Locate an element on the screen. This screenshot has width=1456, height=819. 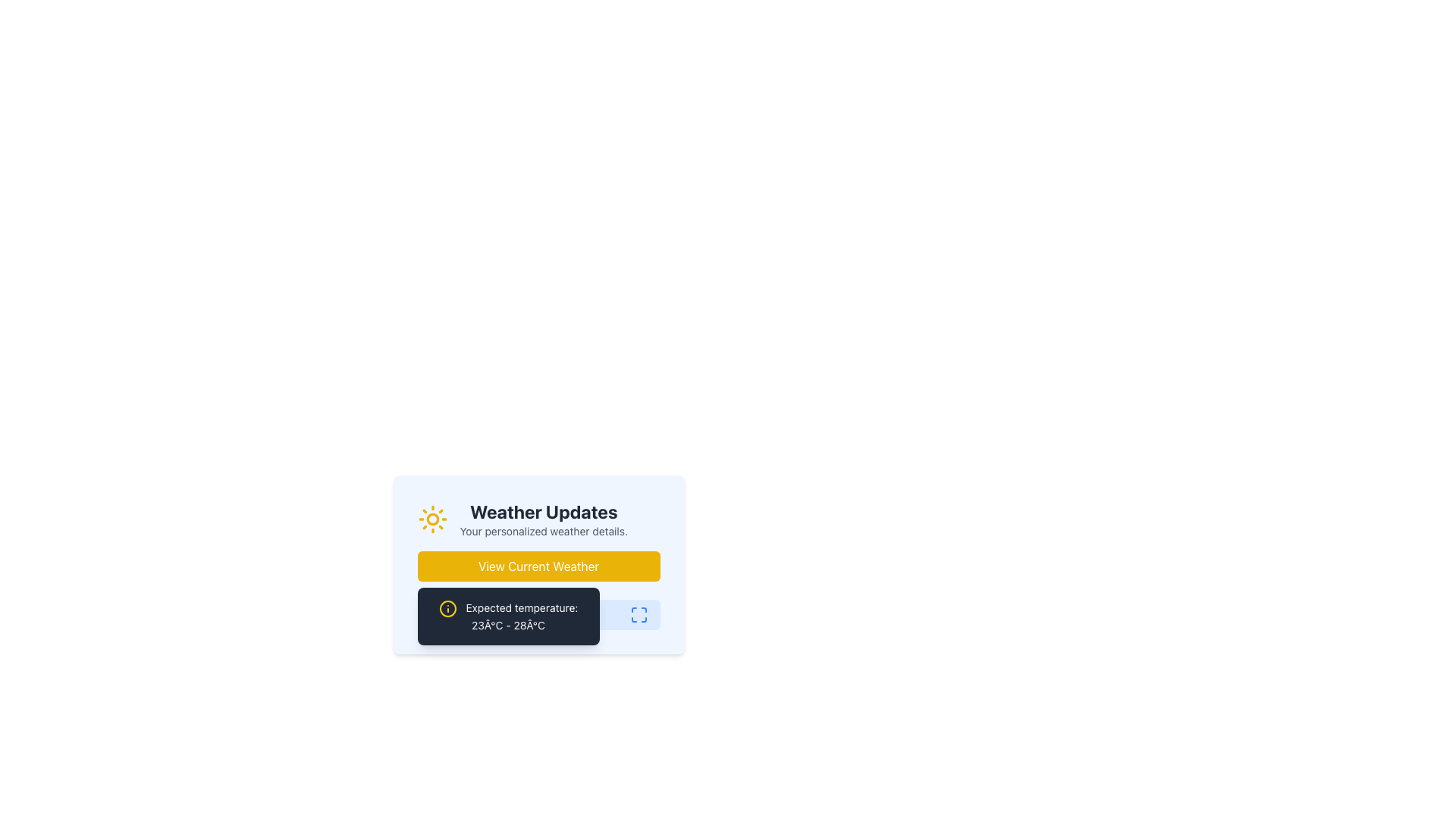
the yellow button labeled 'View Current Weather' to trigger the hover effect, which darkens the button's background color is located at coordinates (538, 566).